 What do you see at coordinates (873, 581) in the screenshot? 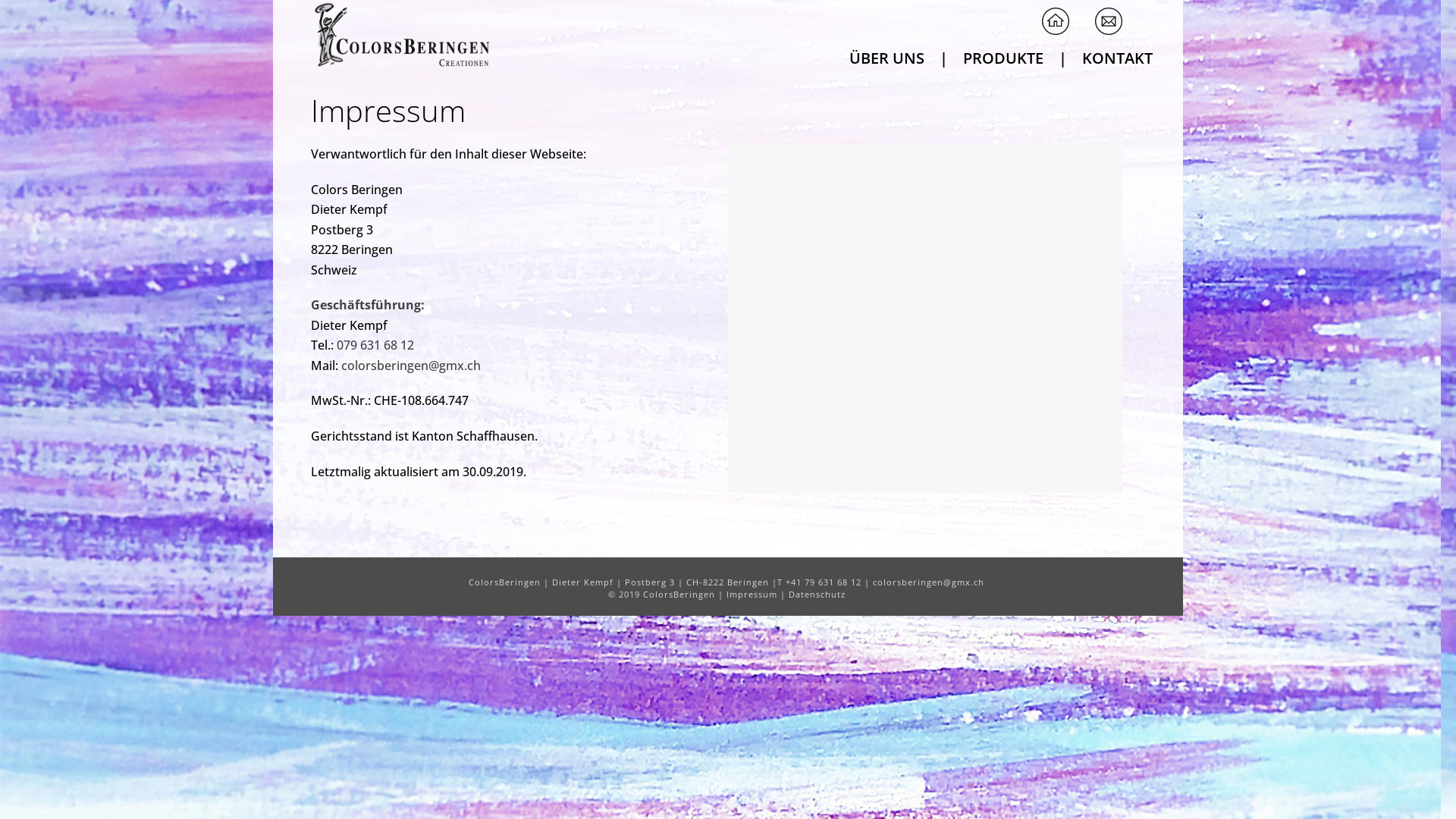
I see `'colorsberingen@gmx.ch'` at bounding box center [873, 581].